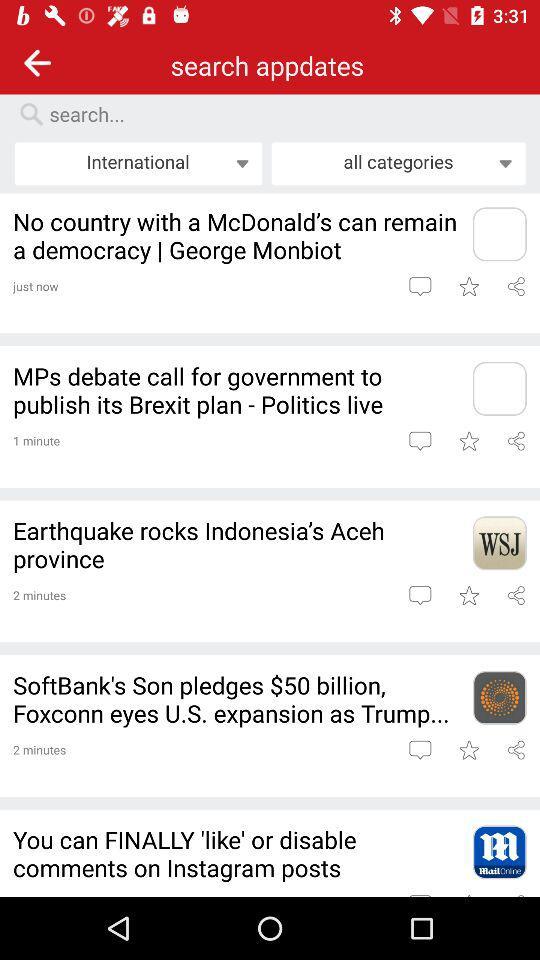 This screenshot has height=960, width=540. Describe the element at coordinates (498, 387) in the screenshot. I see `article logo` at that location.